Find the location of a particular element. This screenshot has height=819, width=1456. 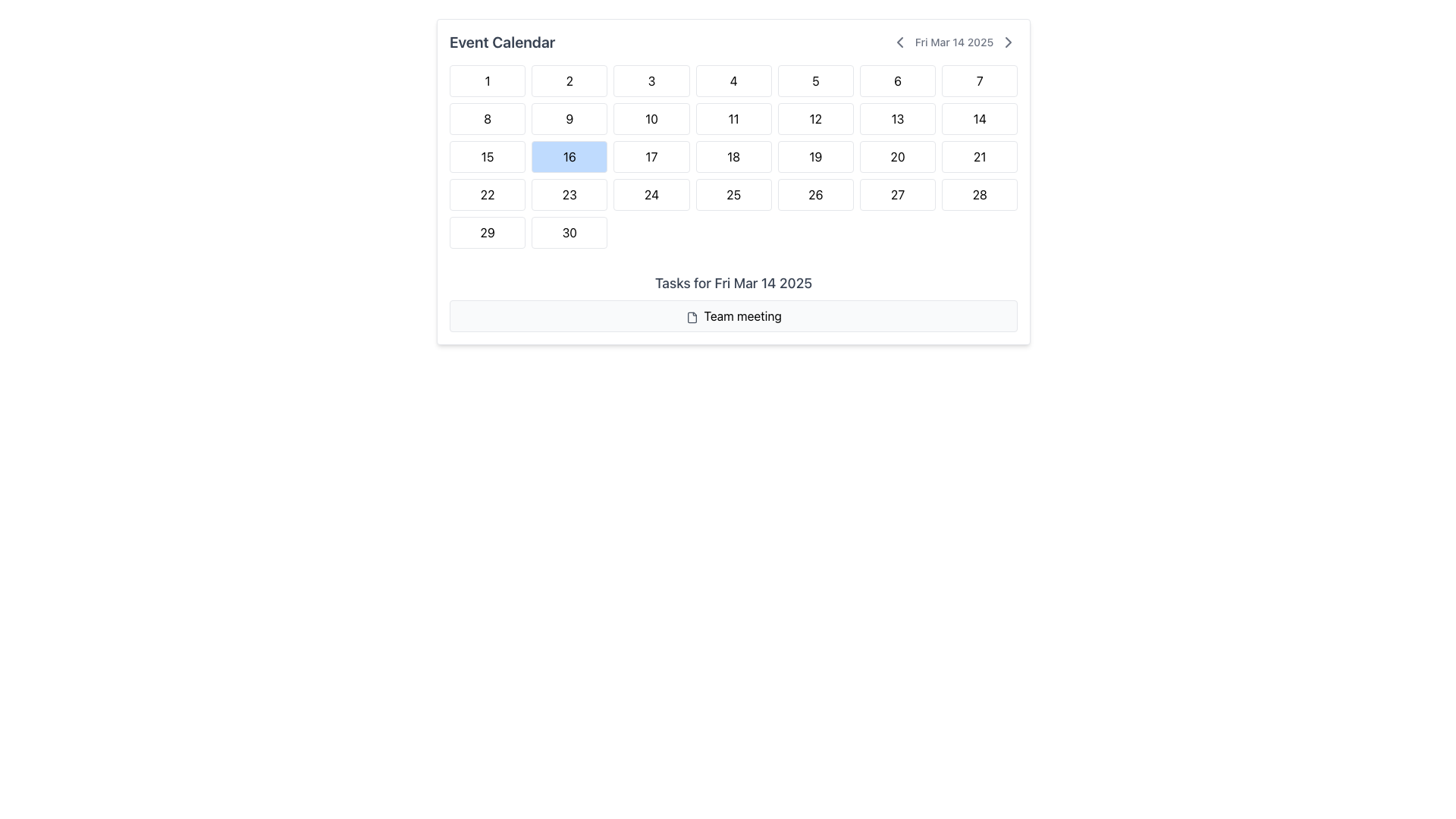

the fourth button to the right of the date display 'Fri Mar 14 2025' is located at coordinates (1009, 42).